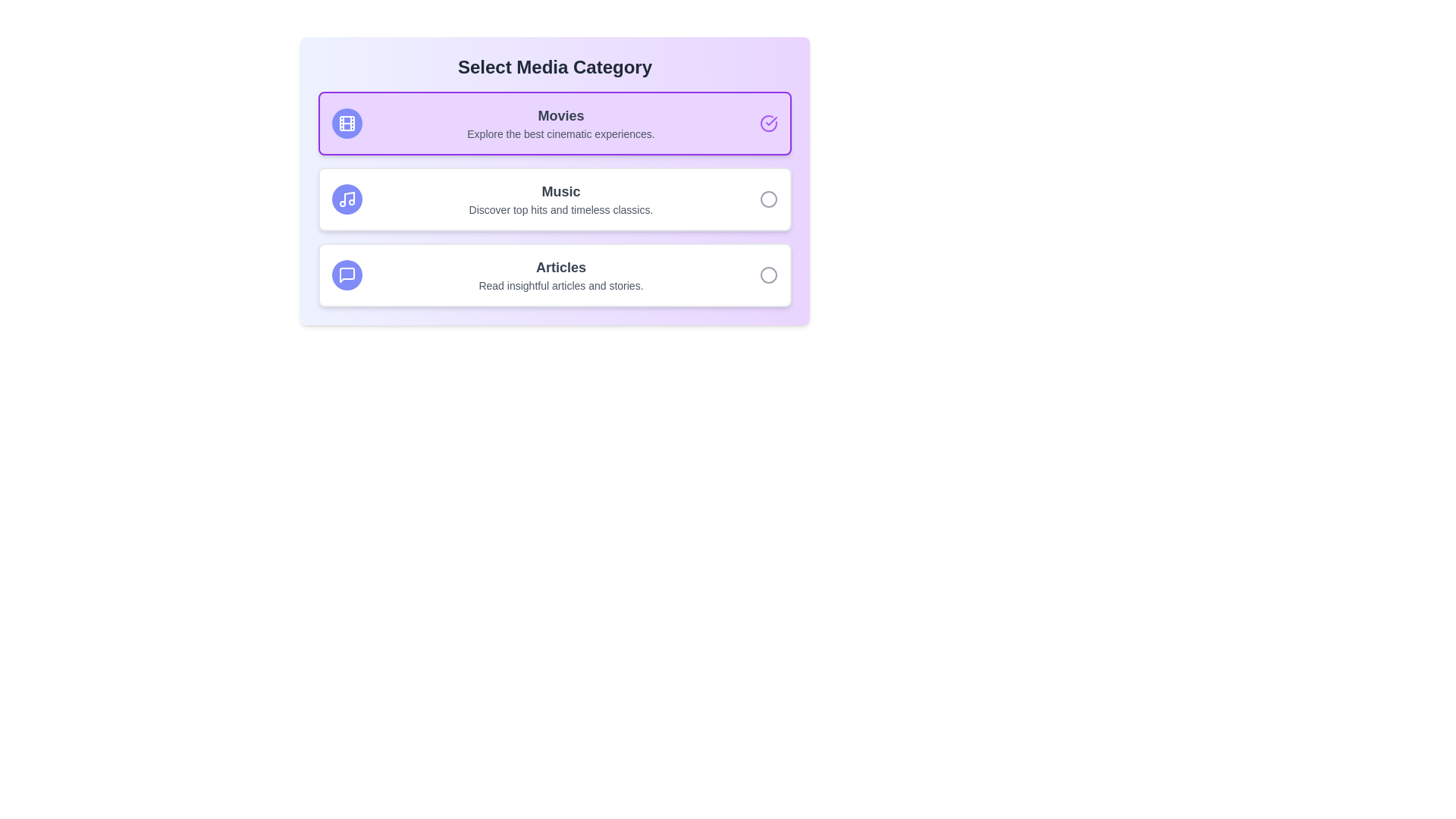  Describe the element at coordinates (346, 198) in the screenshot. I see `the music category icon located to the left of the 'Music' title, above the description text 'Discover top hits and timeless classics.'` at that location.